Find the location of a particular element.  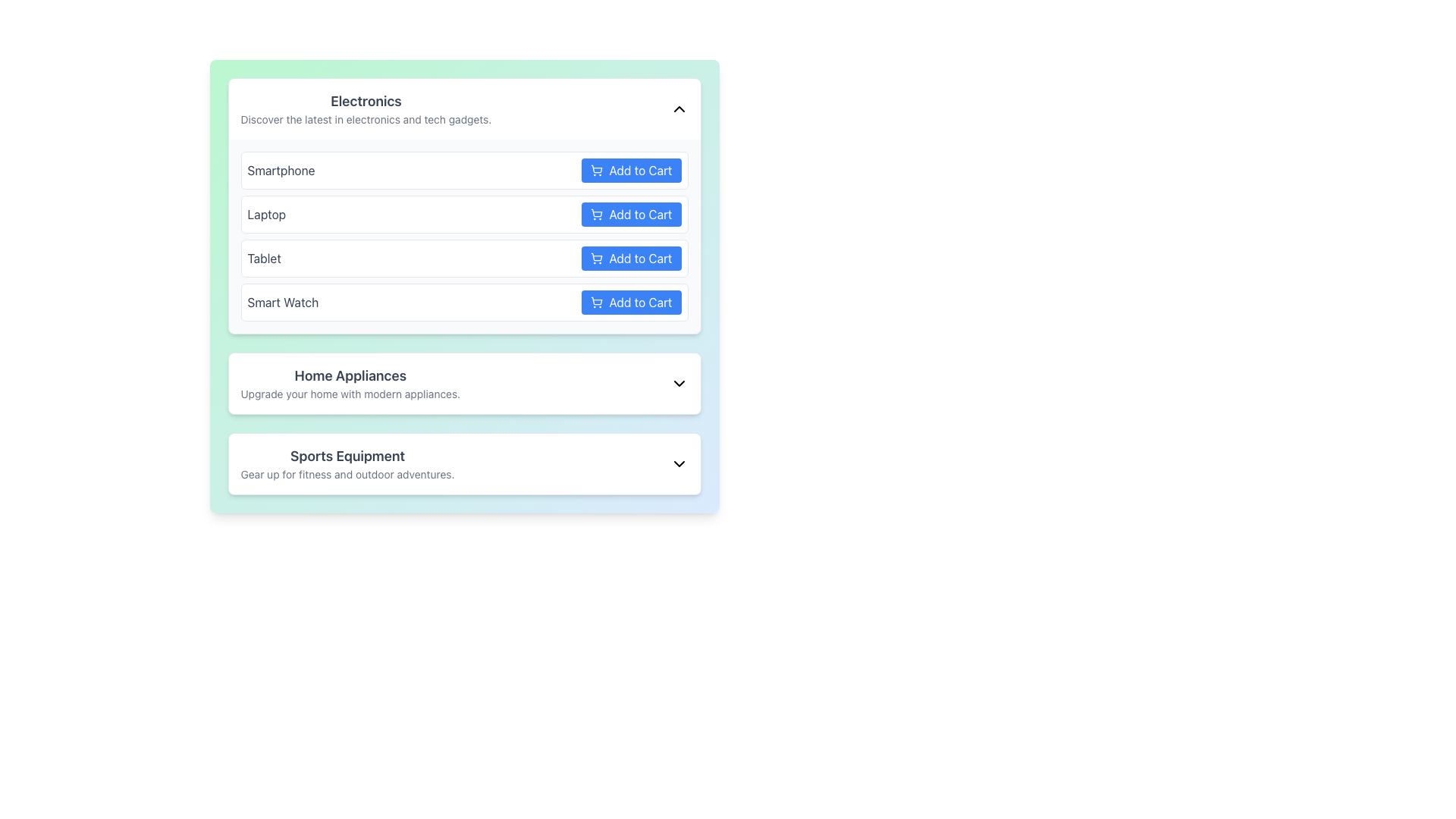

the static text label indicating 'Tablet' in the product list, which is the first item to the left of the 'Add to Cart' button is located at coordinates (264, 257).